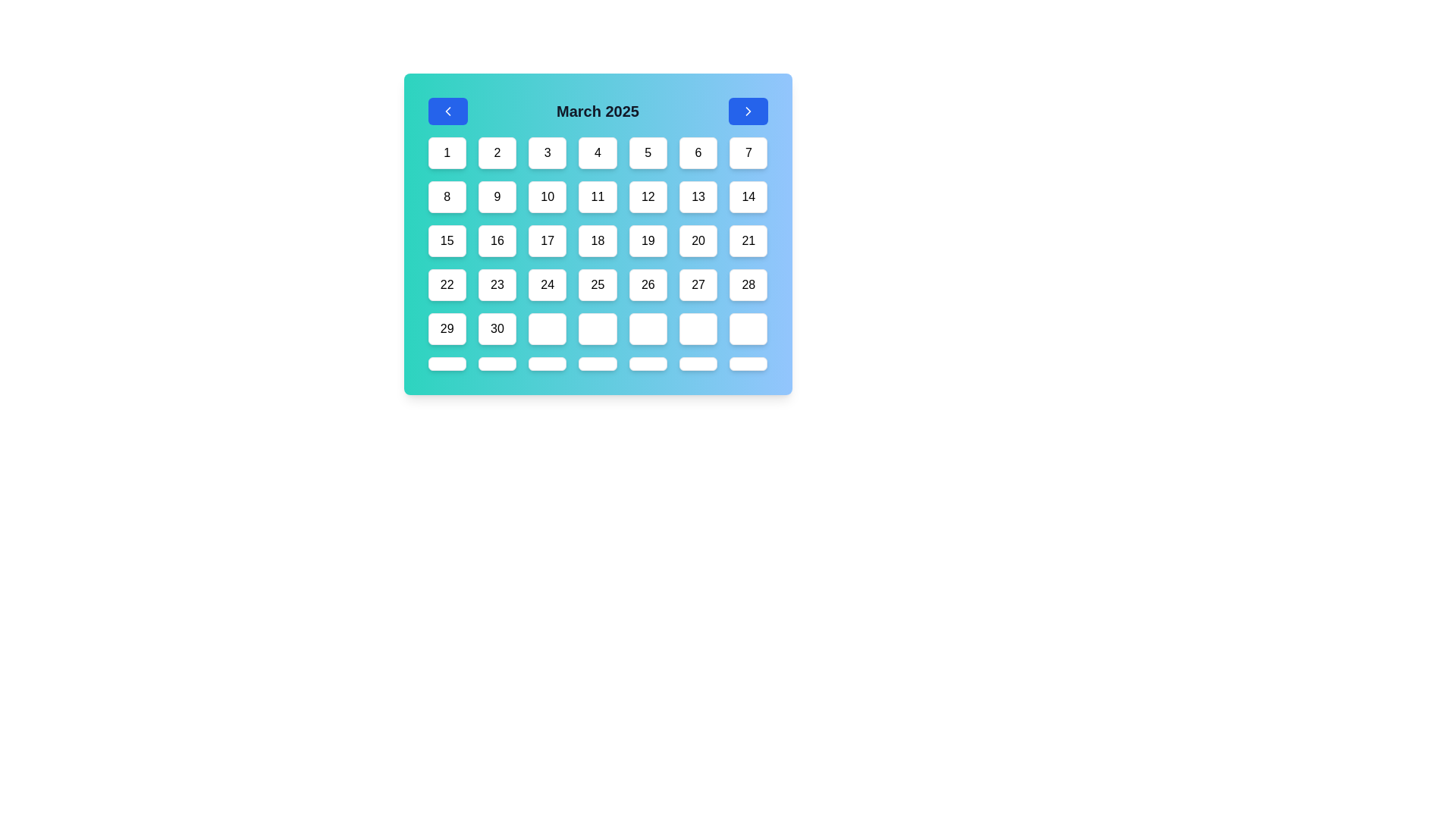 This screenshot has height=819, width=1456. Describe the element at coordinates (648, 328) in the screenshot. I see `the empty button located in the fifth column of the fifth row in a grid, which serves as a placeholder in a calendar interface` at that location.